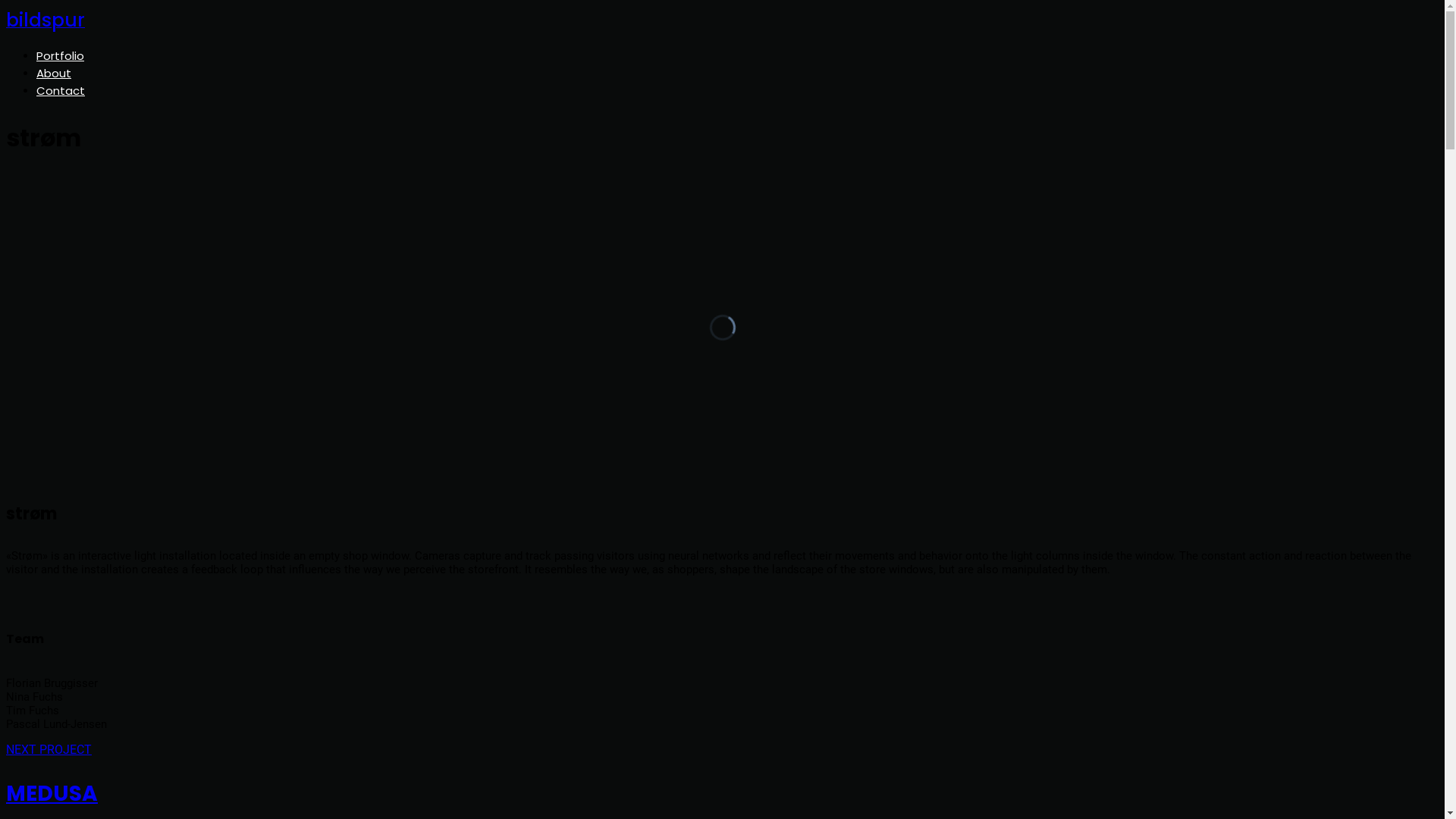  I want to click on 'bildspur', so click(45, 22).